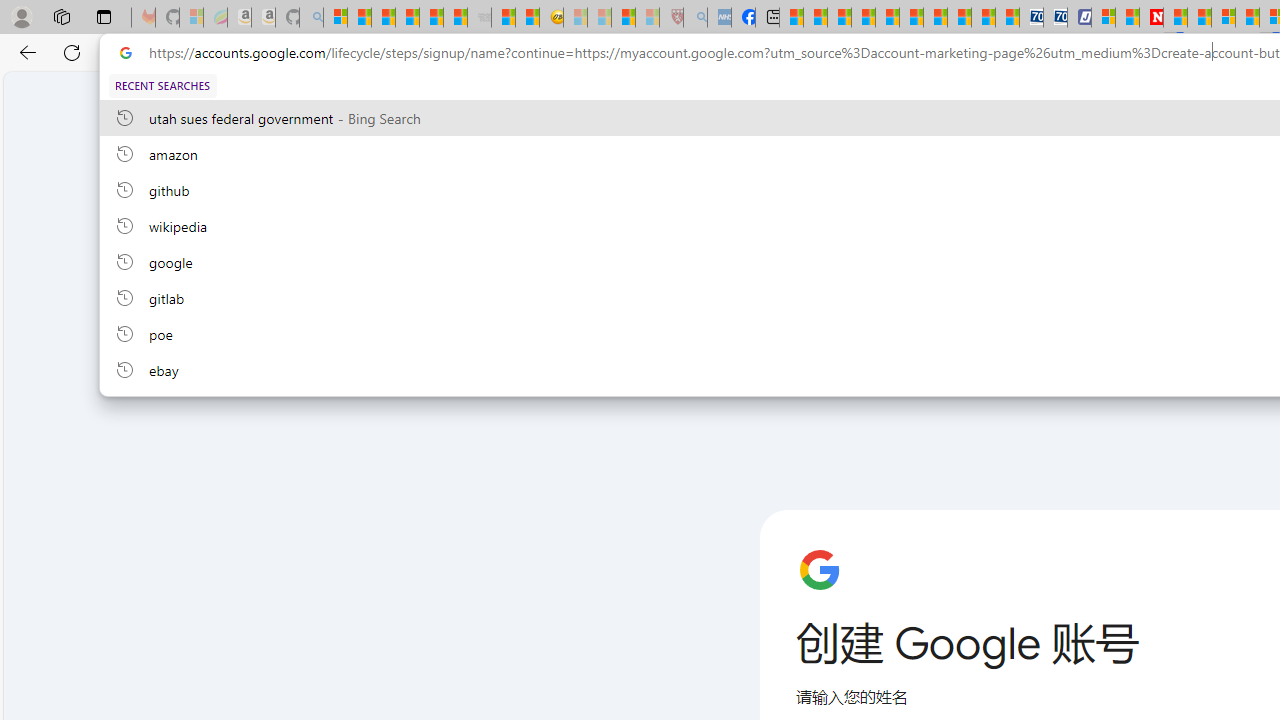 This screenshot has height=720, width=1280. Describe the element at coordinates (430, 17) in the screenshot. I see `'New Report Confirms 2023 Was Record Hot | Watch'` at that location.